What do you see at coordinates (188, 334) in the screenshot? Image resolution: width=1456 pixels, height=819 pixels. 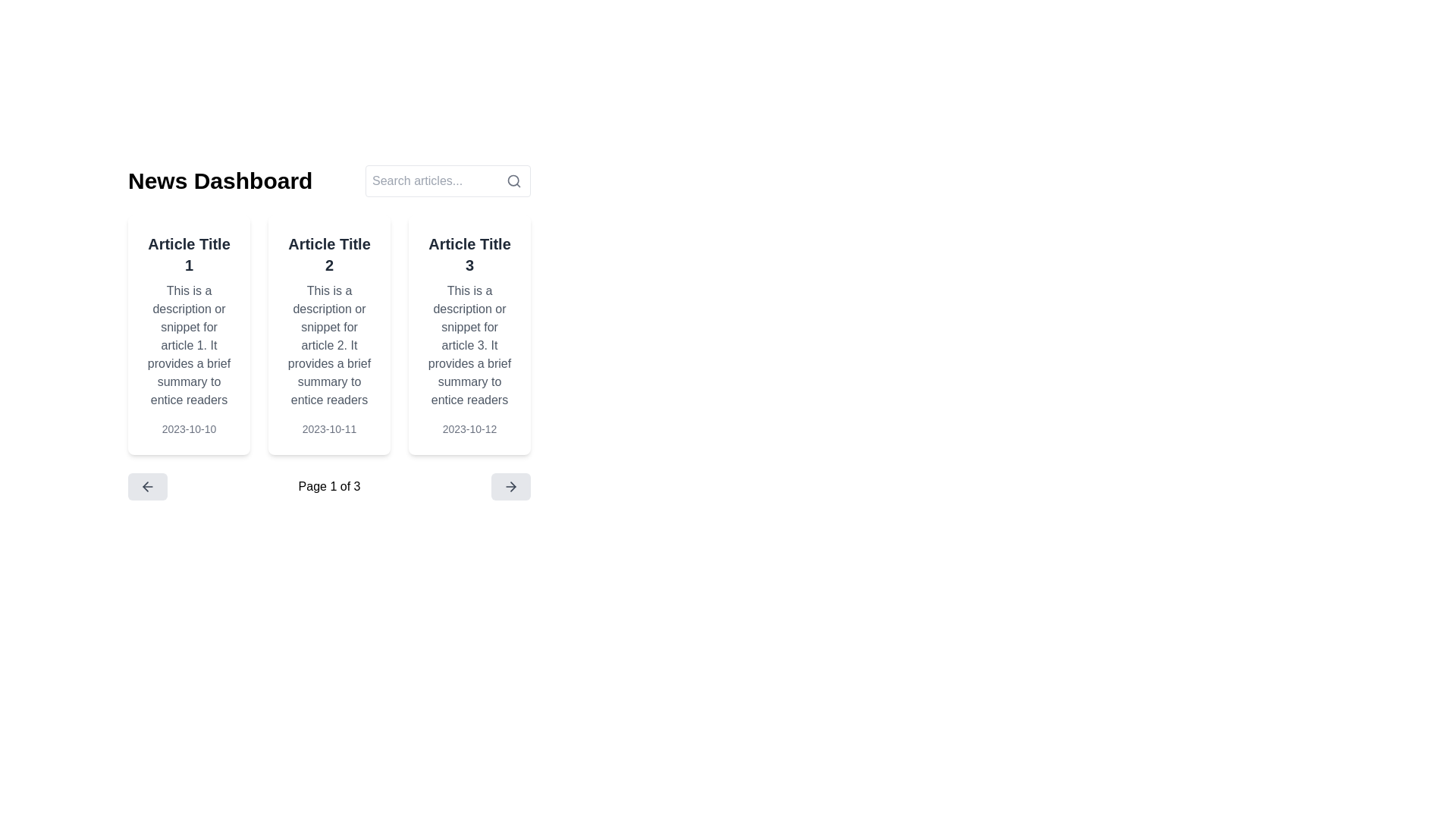 I see `the Information card, which is the leftmost card in a grid layout displaying summarized article information, located above the pagination bar` at bounding box center [188, 334].